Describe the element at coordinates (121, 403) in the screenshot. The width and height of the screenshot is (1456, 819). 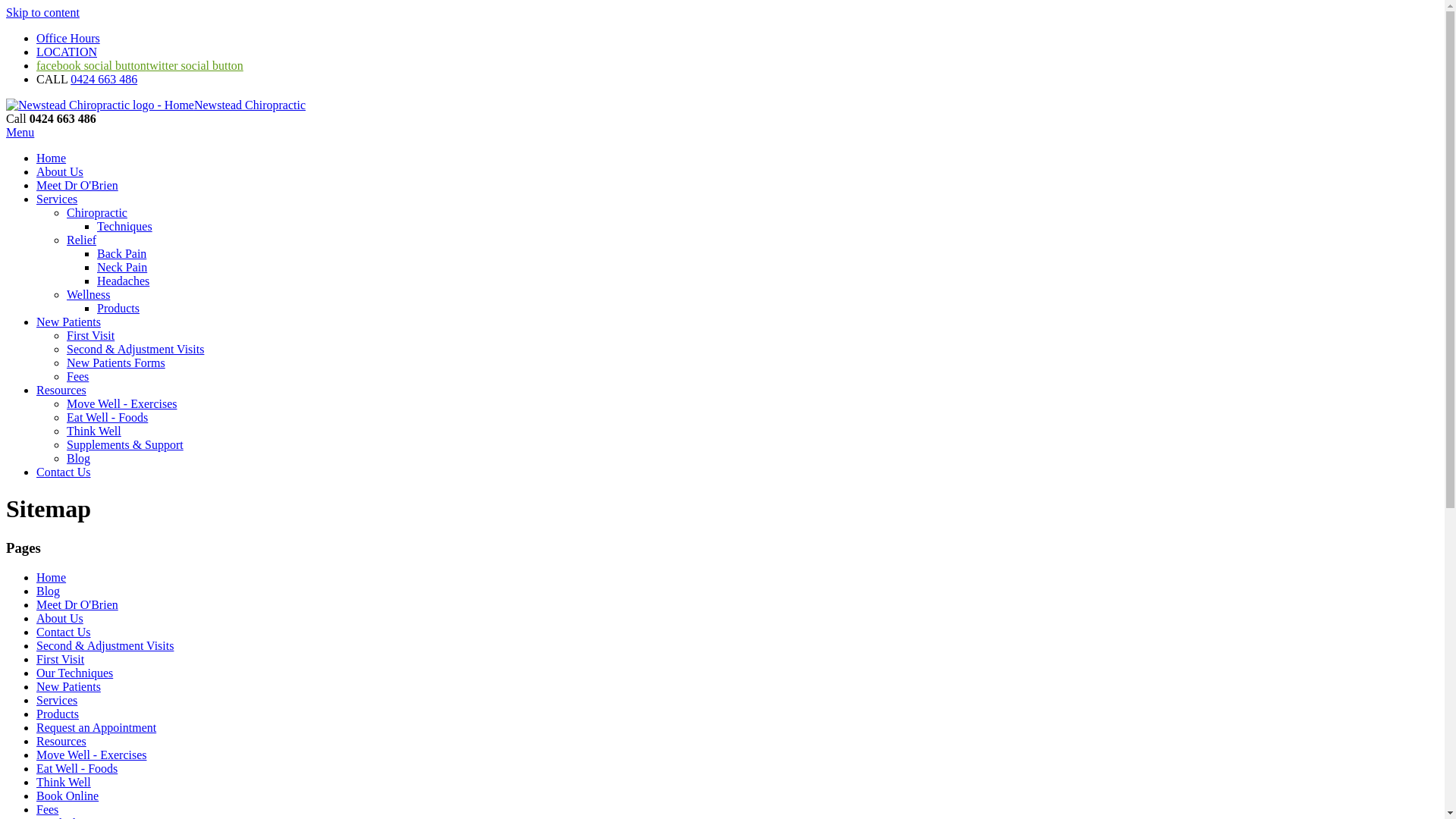
I see `'Move Well - Exercises'` at that location.